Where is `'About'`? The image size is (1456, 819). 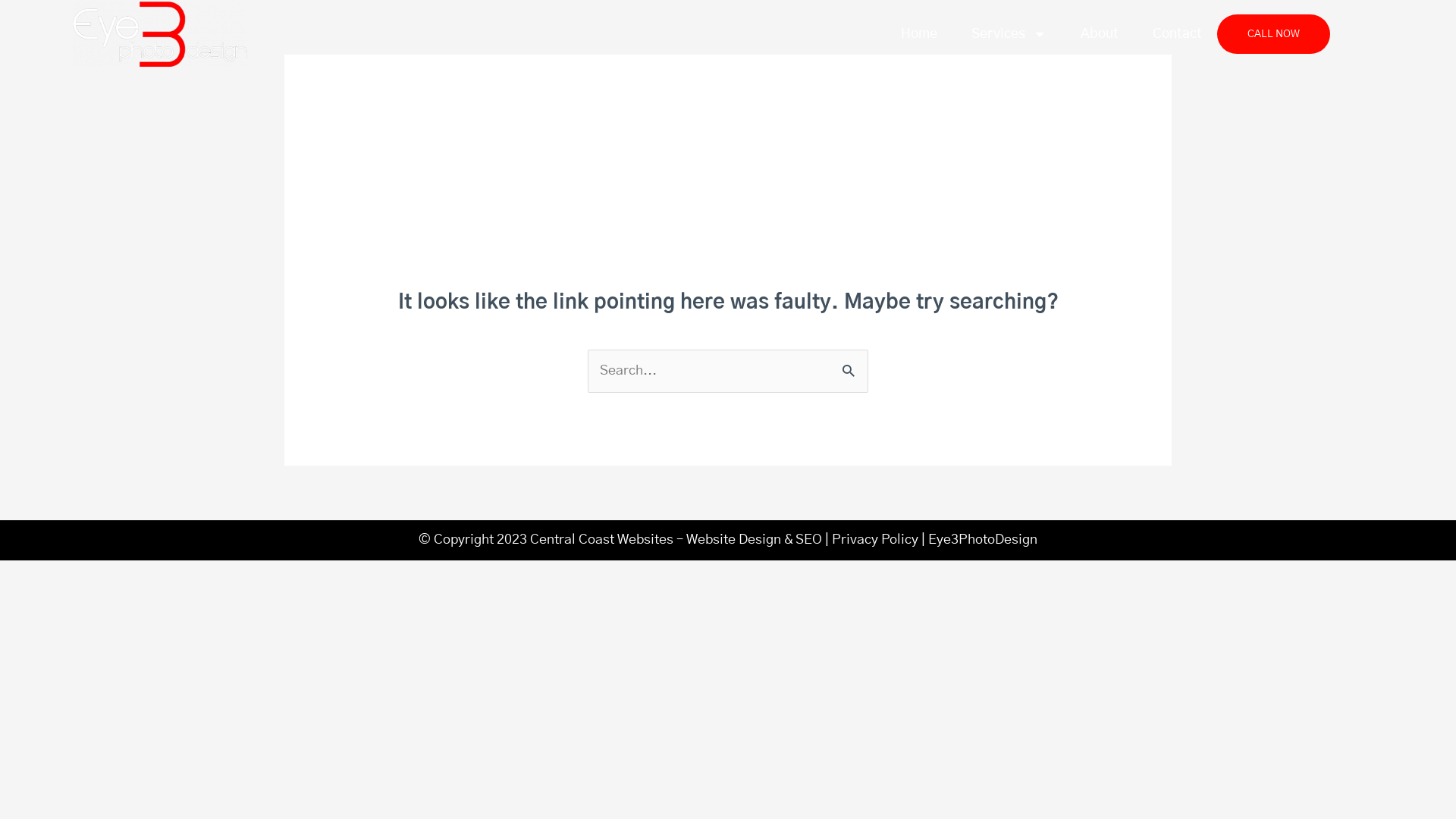
'About' is located at coordinates (1099, 34).